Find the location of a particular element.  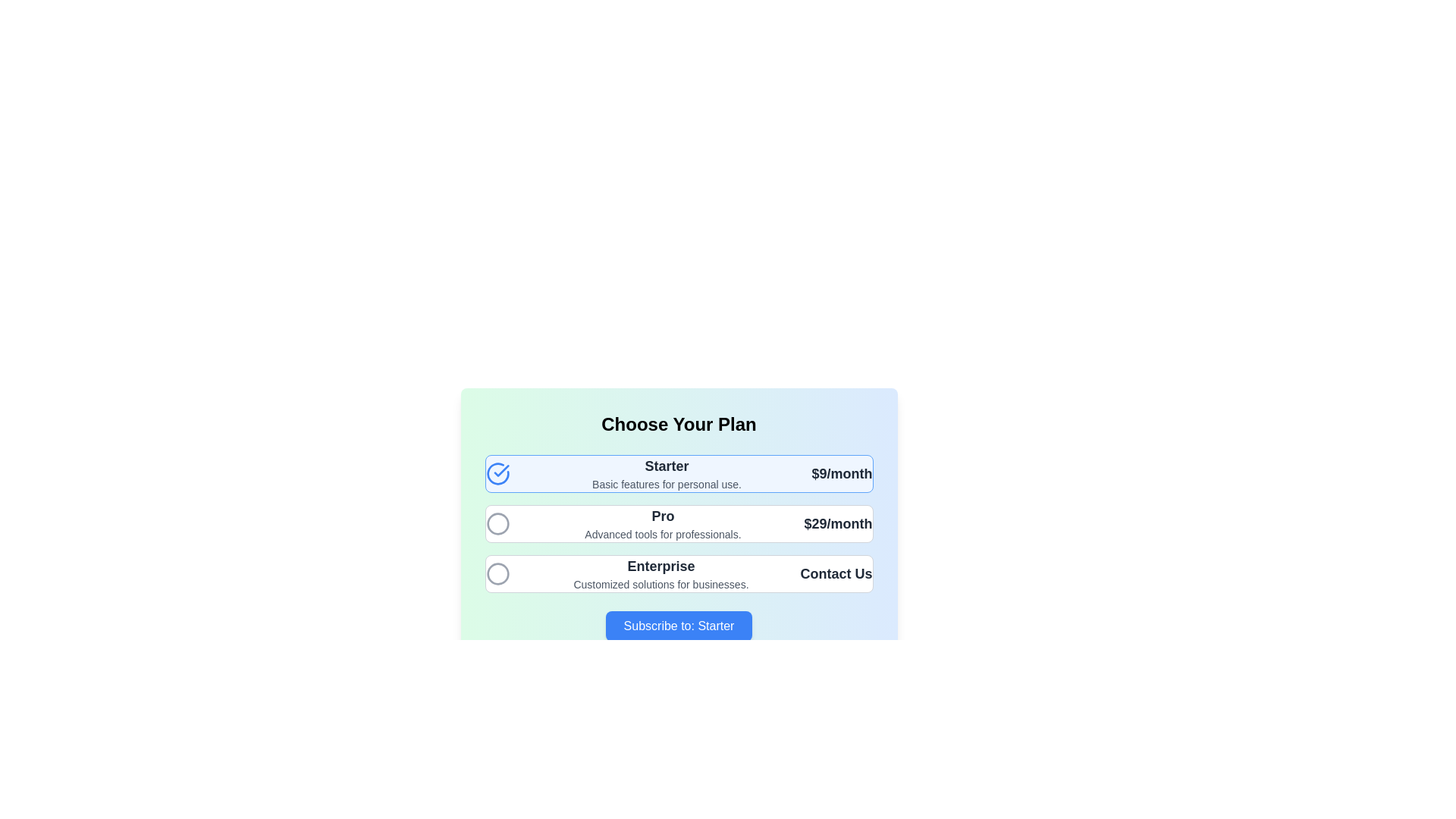

the circular graphical indicator for the 'Enterprise' subscription tier is located at coordinates (497, 573).